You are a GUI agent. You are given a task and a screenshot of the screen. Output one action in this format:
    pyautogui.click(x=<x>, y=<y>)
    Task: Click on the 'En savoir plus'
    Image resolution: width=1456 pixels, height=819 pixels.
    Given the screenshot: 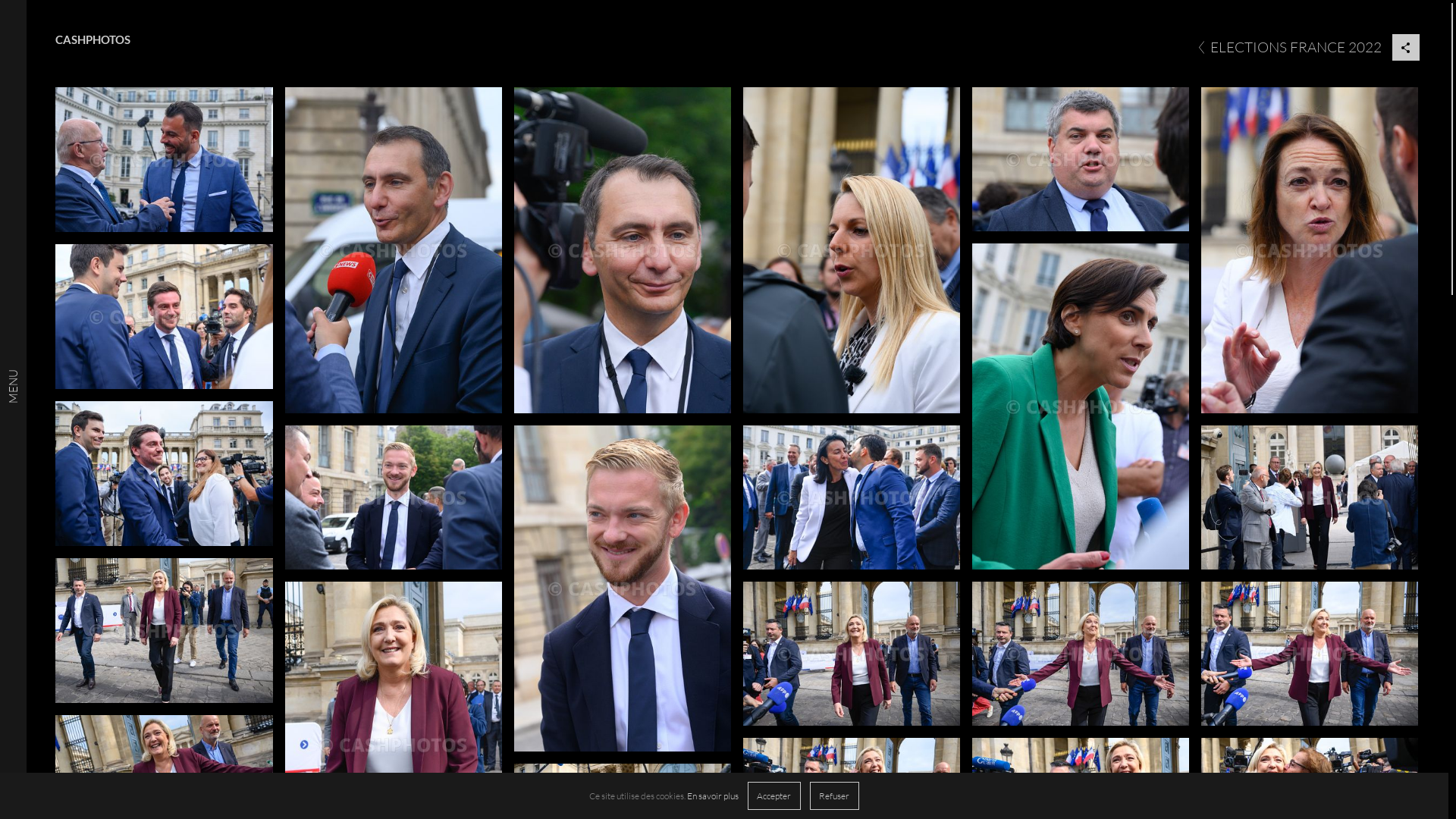 What is the action you would take?
    pyautogui.click(x=712, y=795)
    